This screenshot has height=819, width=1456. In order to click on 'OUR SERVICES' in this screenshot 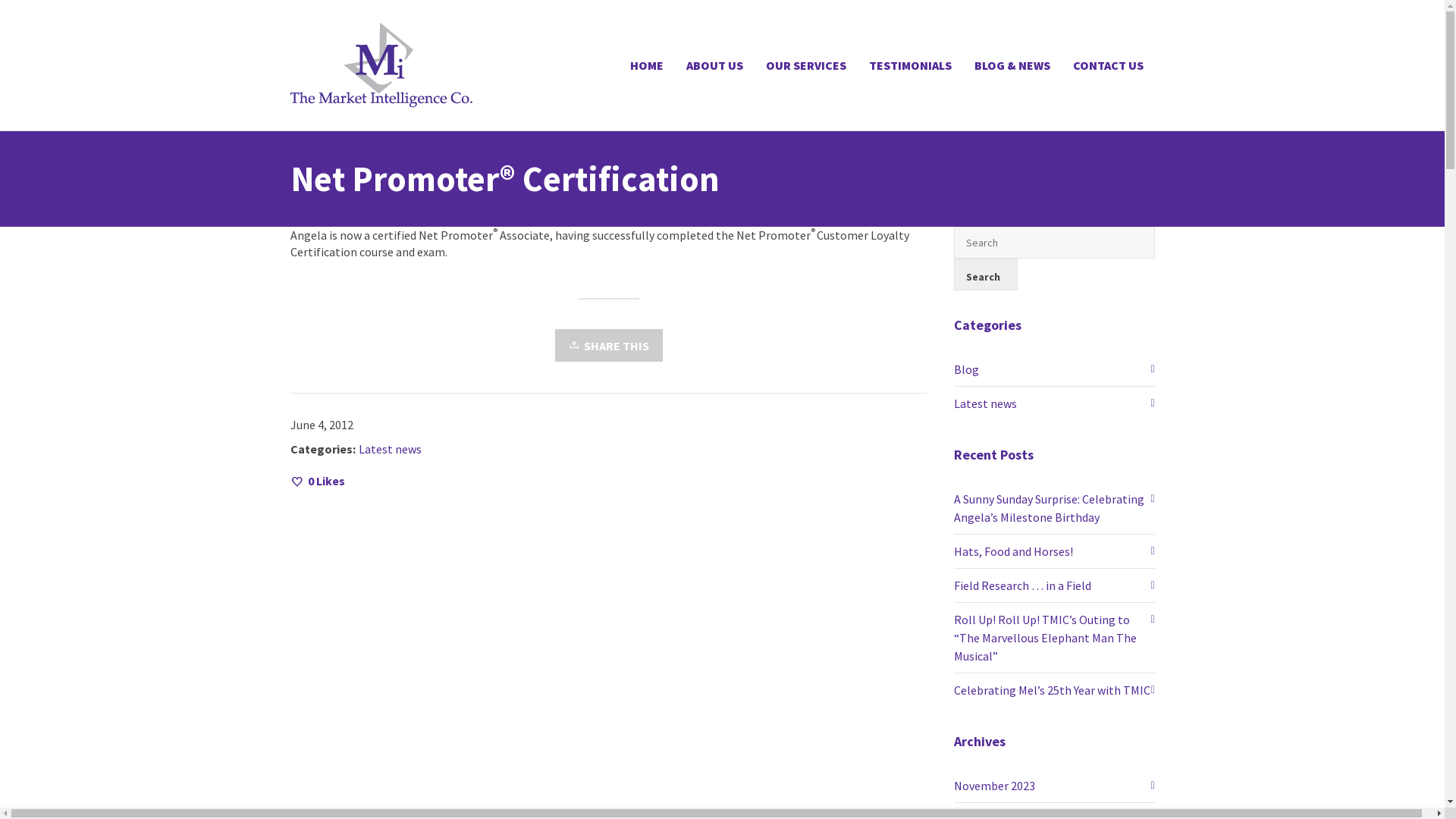, I will do `click(804, 64)`.